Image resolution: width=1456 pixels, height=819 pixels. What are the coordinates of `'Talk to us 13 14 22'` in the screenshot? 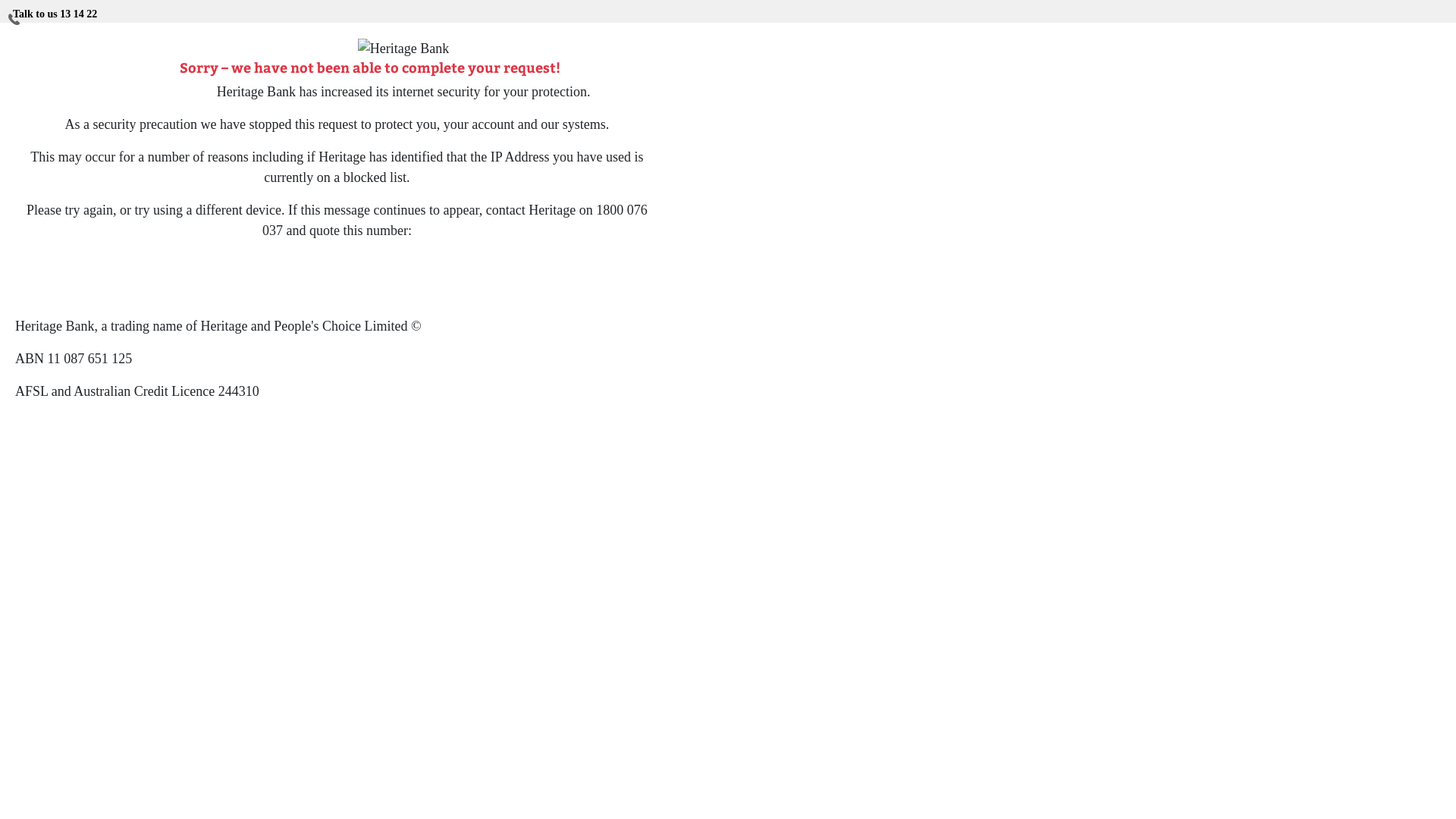 It's located at (55, 11).